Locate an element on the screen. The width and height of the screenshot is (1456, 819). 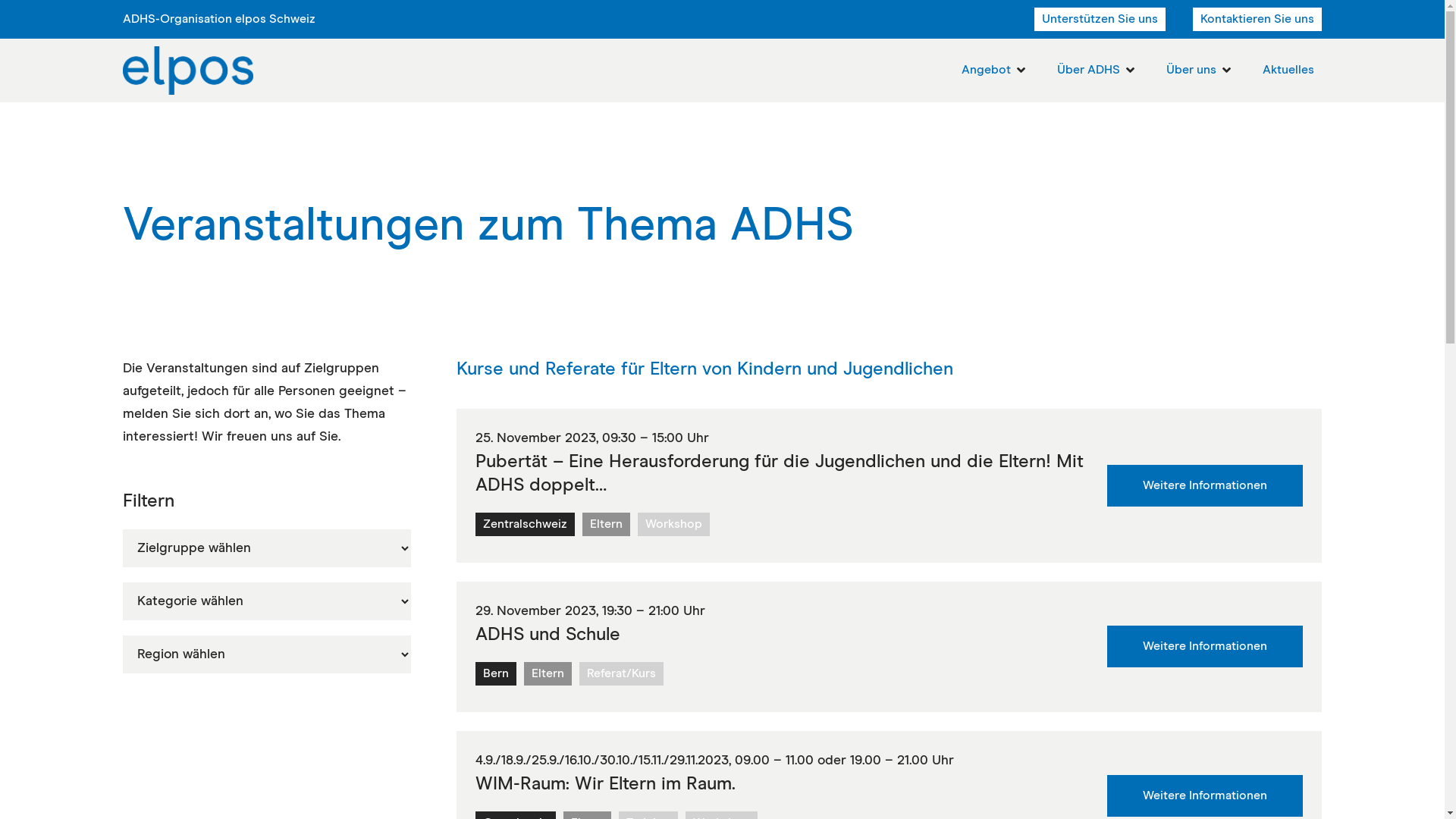
'Aktuelles' is located at coordinates (1263, 70).